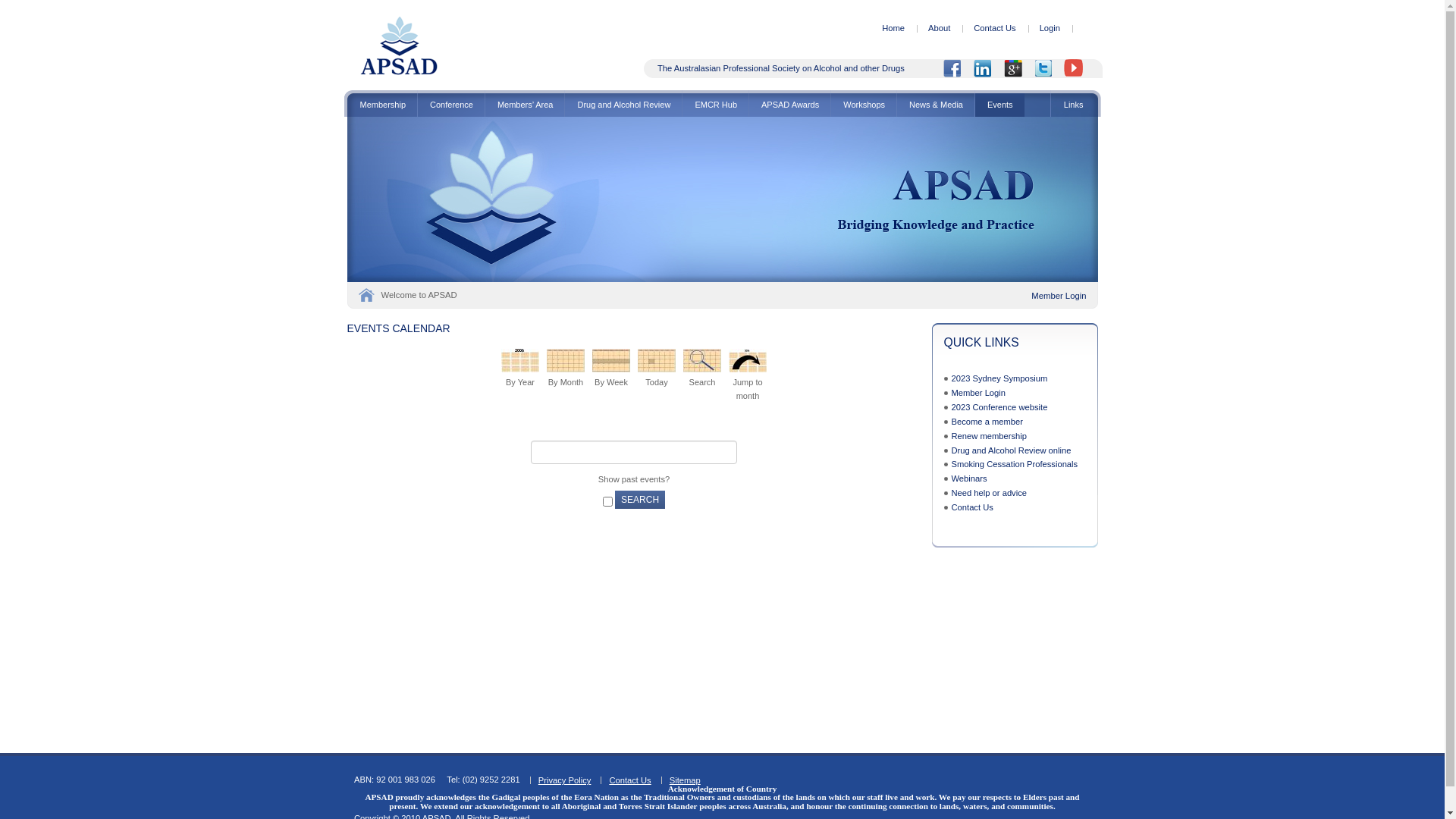 This screenshot has width=1456, height=819. Describe the element at coordinates (989, 435) in the screenshot. I see `'Renew membership'` at that location.